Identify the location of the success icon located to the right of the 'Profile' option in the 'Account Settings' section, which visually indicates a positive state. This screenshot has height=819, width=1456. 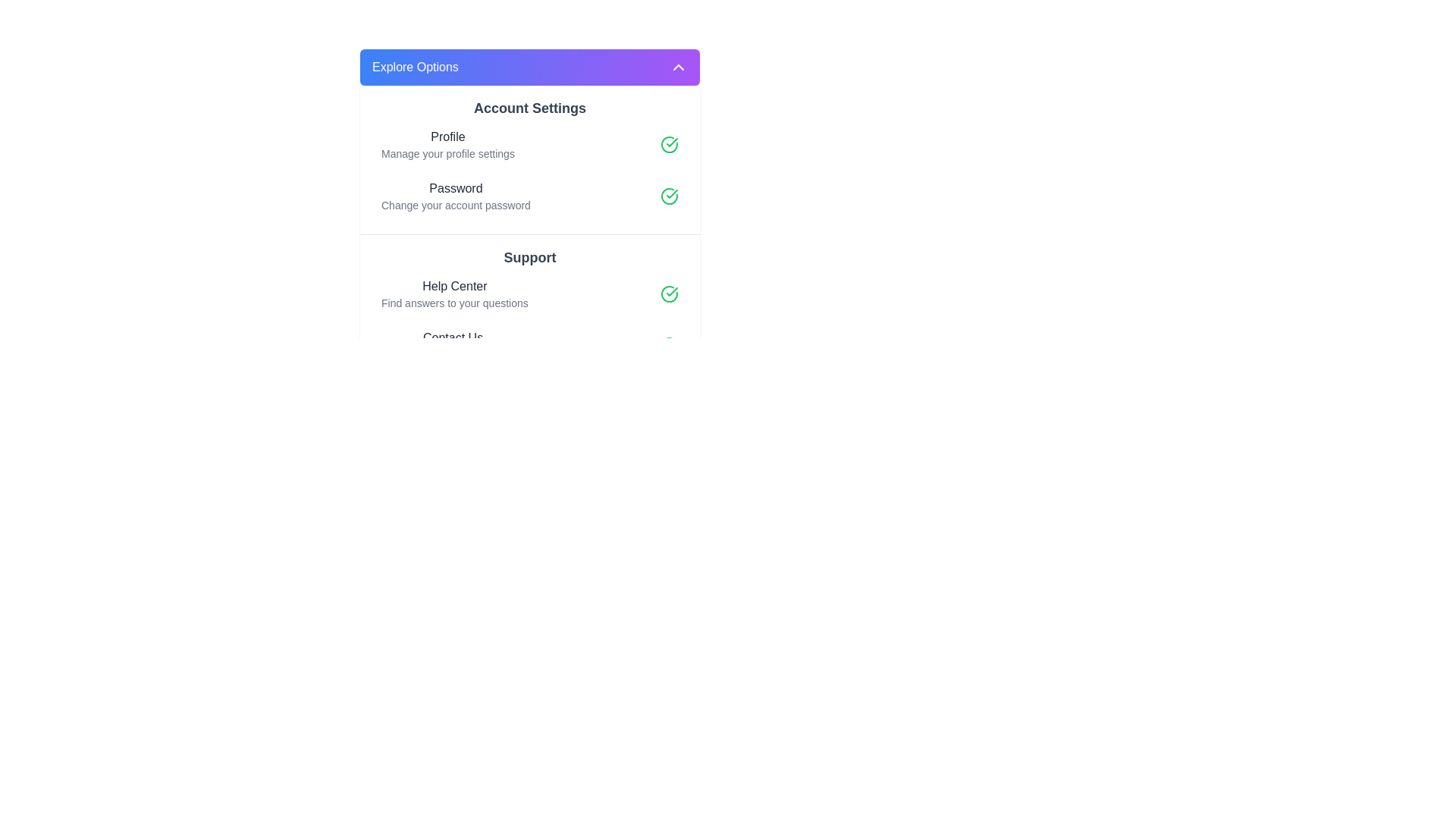
(669, 195).